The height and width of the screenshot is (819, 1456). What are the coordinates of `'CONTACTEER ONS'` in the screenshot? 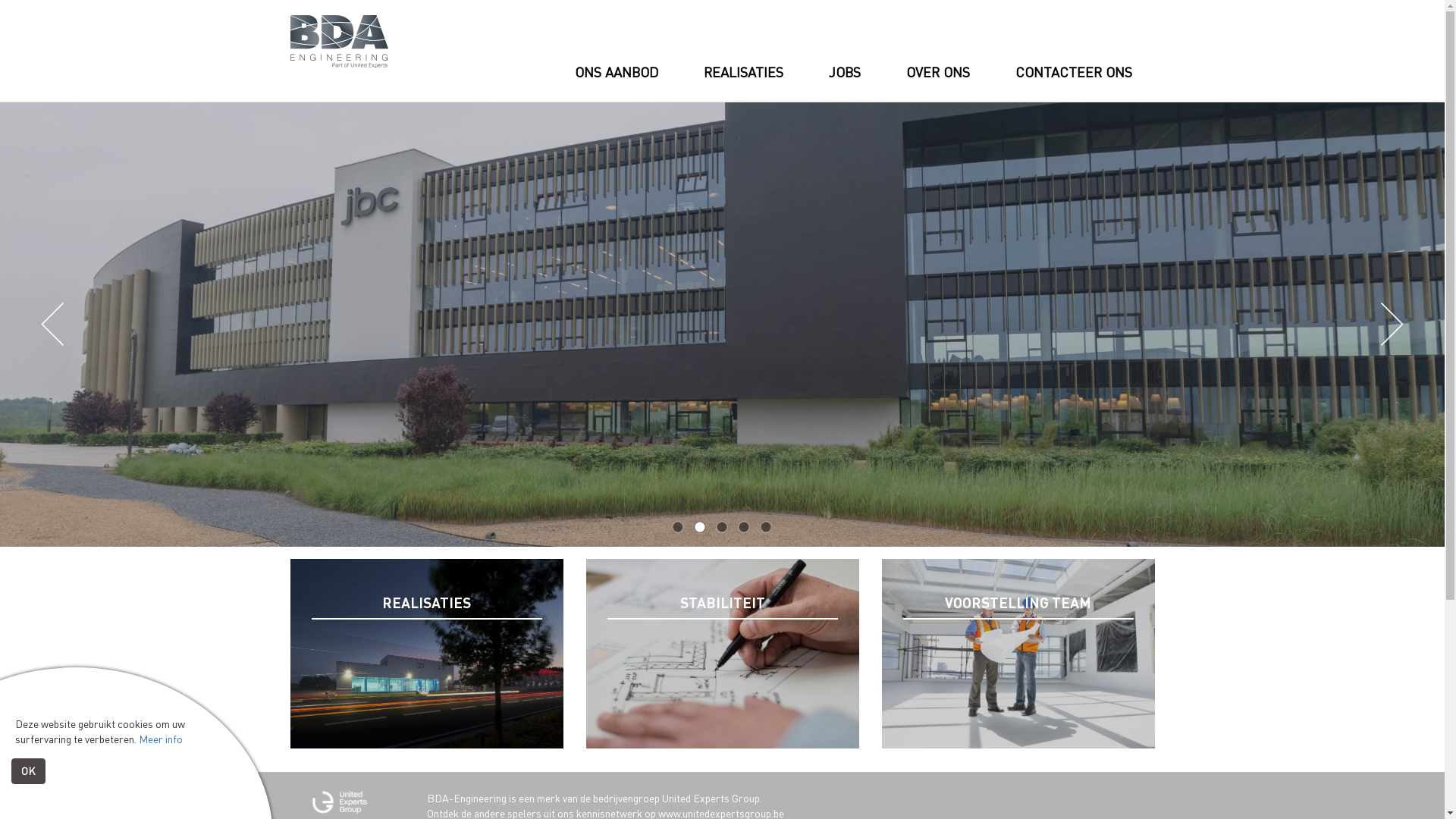 It's located at (1072, 96).